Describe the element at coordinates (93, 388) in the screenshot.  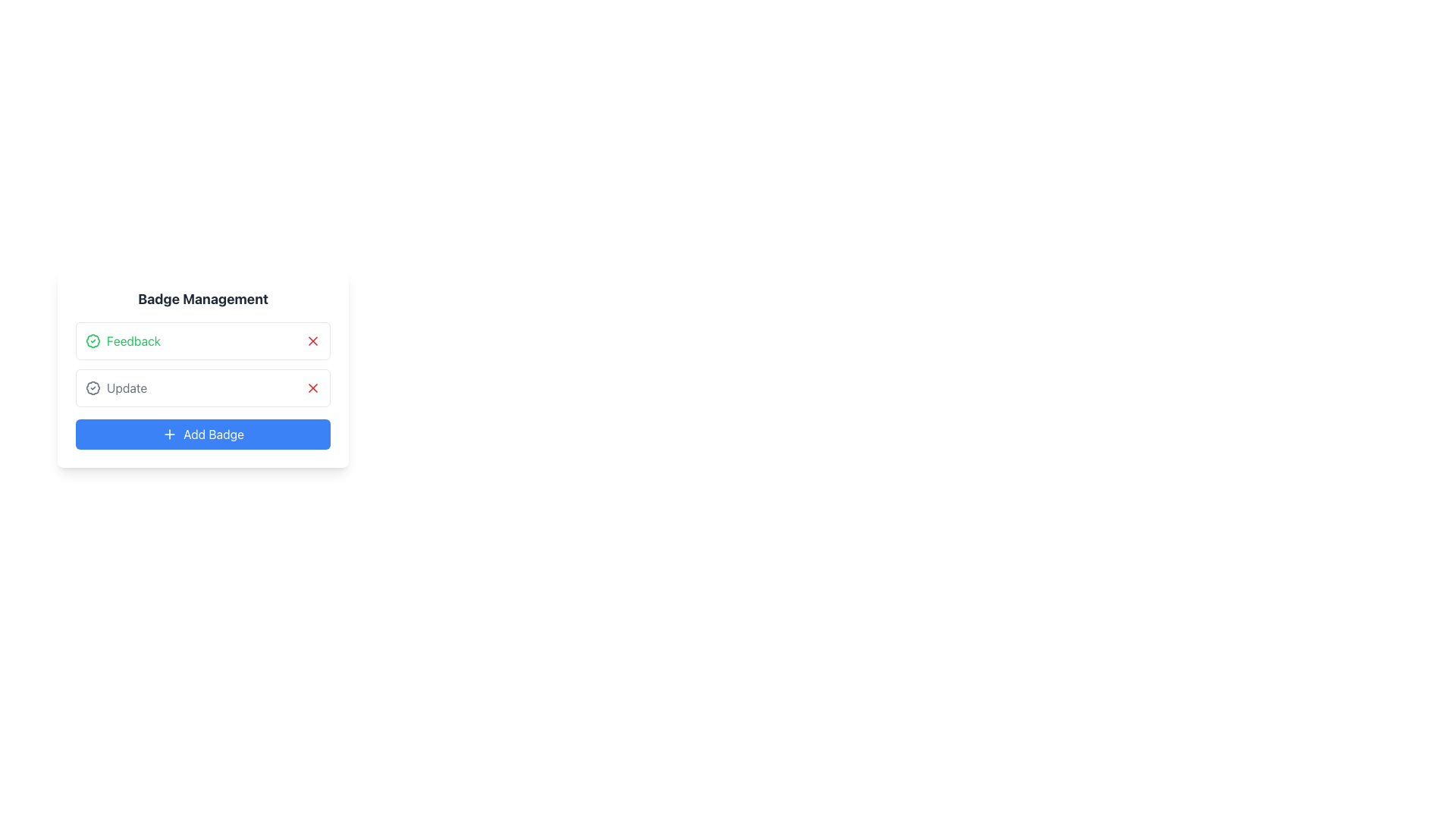
I see `the circular badge icon with a scalloped edge that contains a checkmark symbol` at that location.